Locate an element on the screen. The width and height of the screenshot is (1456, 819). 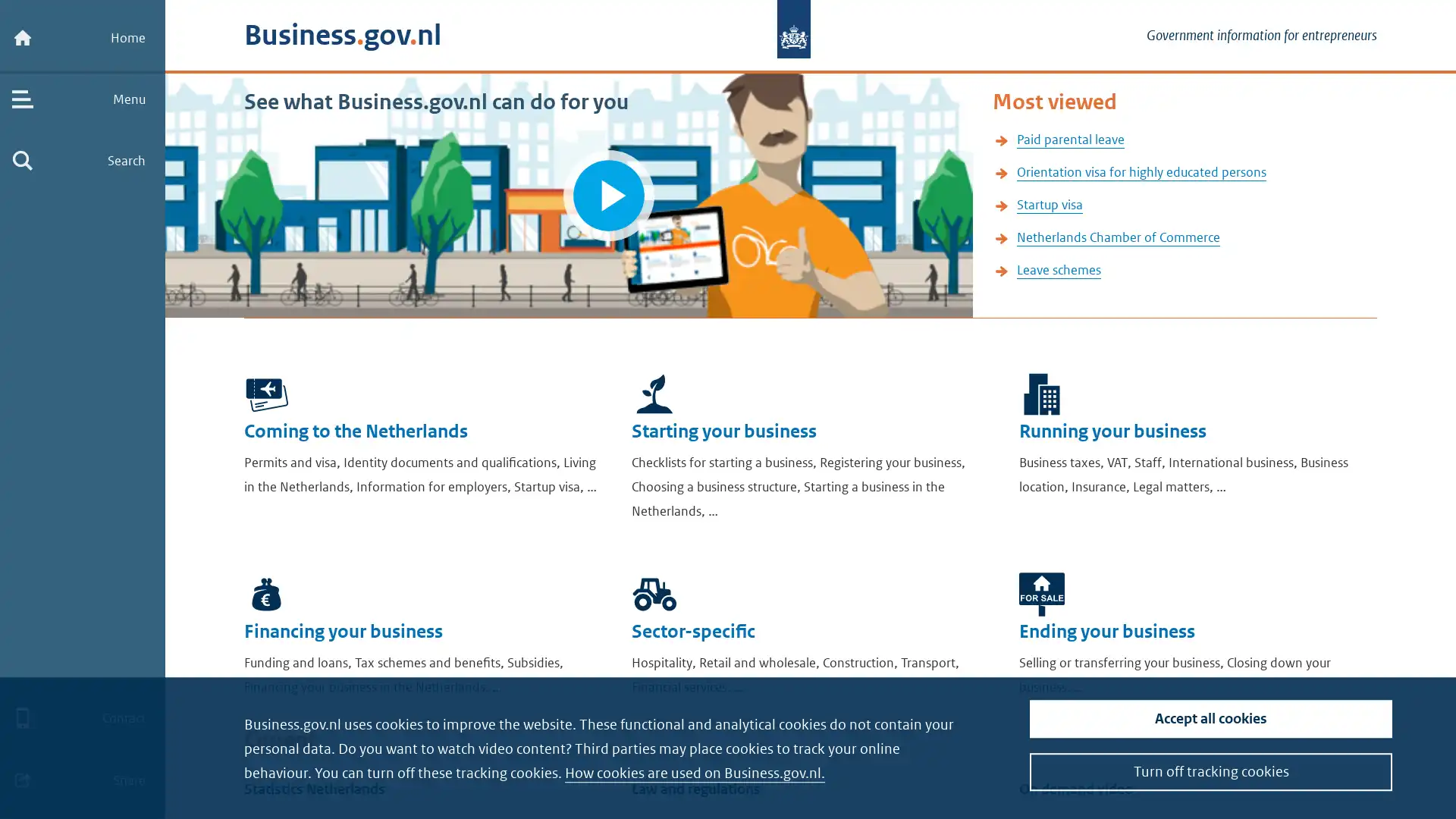
Turn off tracking cookies is located at coordinates (1210, 769).